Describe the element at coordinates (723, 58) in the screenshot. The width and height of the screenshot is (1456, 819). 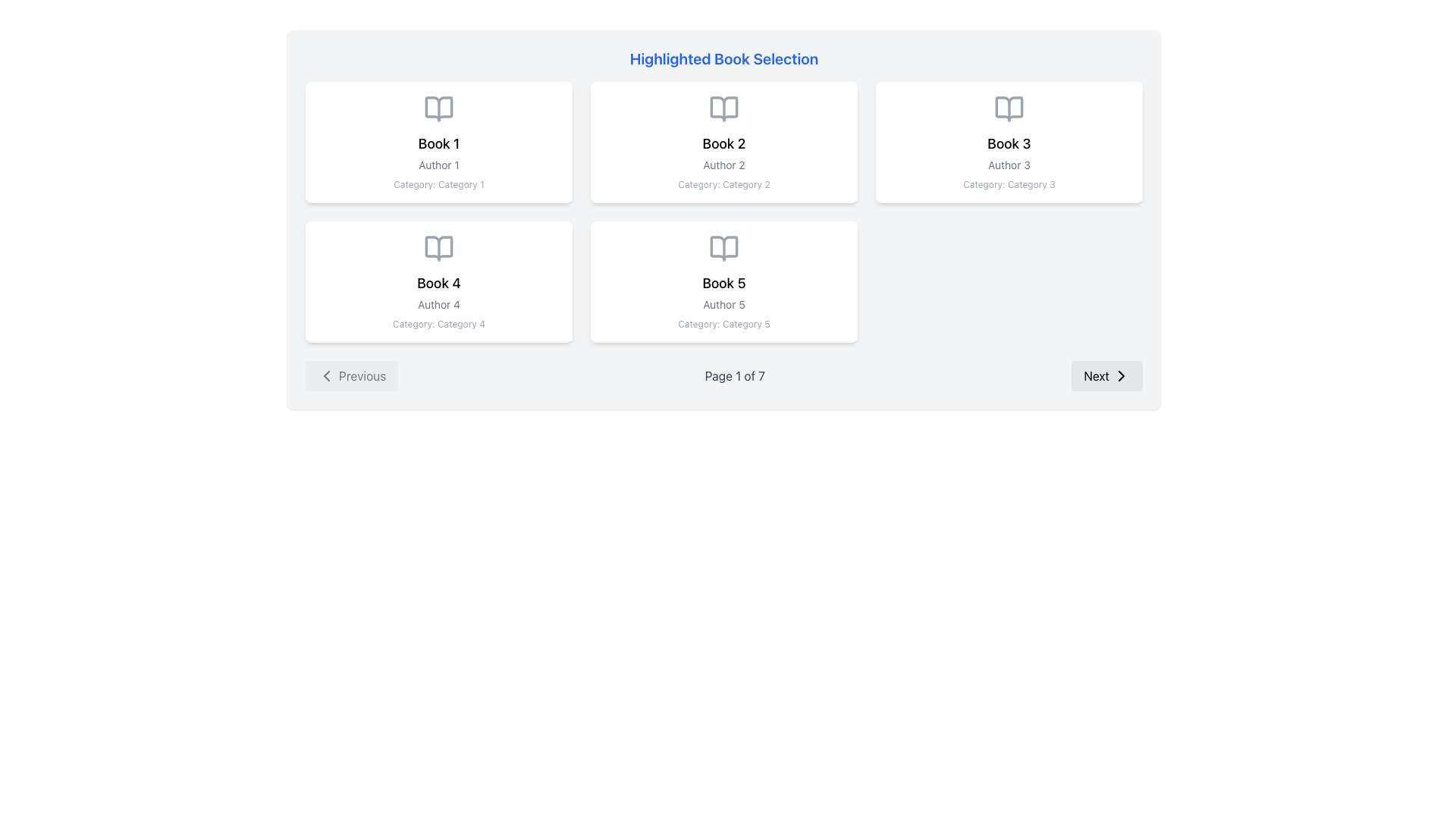
I see `the text header that reads 'Highlighted Book Selection', which is styled in bold blue font and located at the top of the book selection panel` at that location.